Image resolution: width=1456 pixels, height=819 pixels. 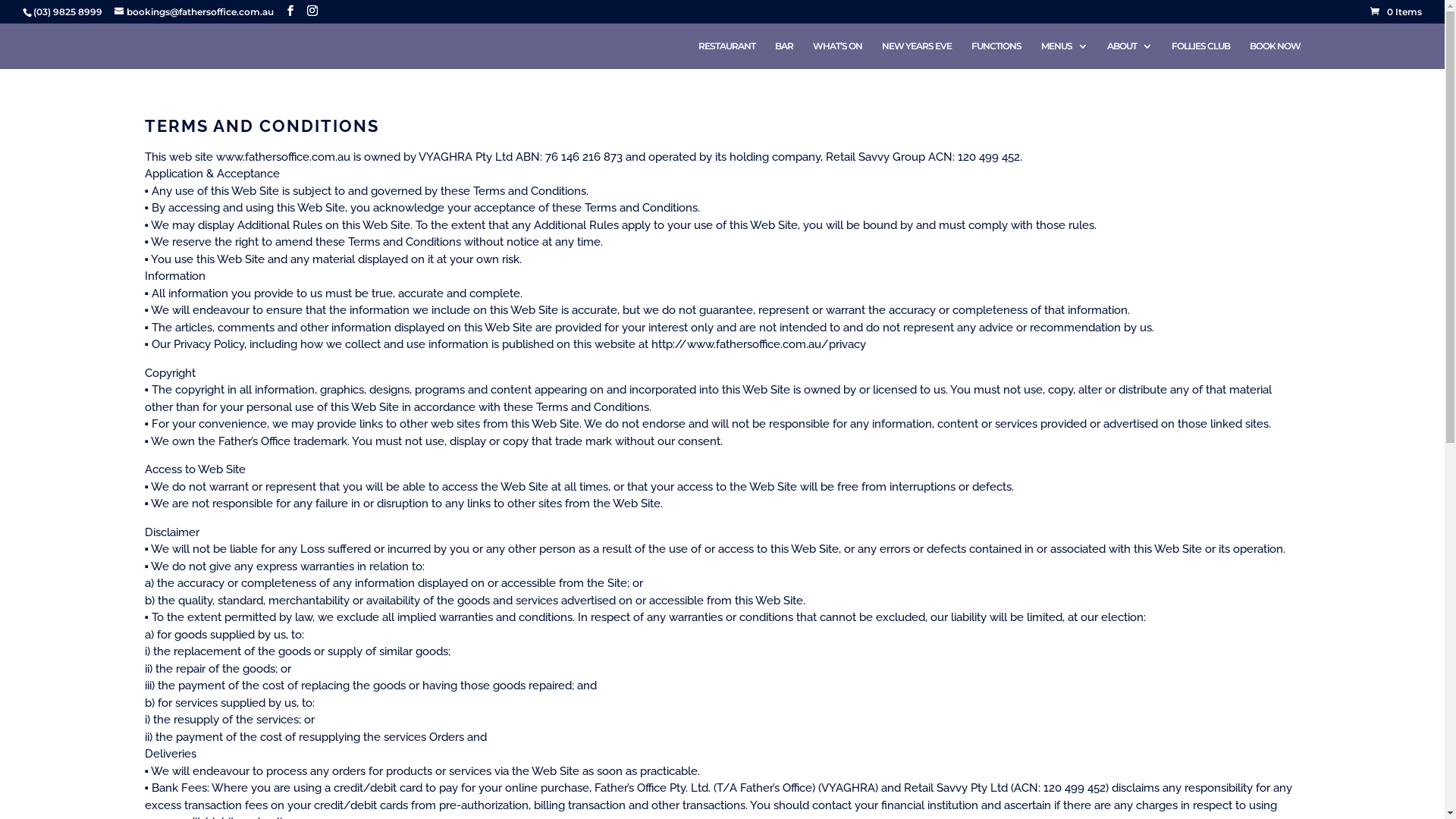 What do you see at coordinates (1199, 54) in the screenshot?
I see `'FOLLIES CLUB'` at bounding box center [1199, 54].